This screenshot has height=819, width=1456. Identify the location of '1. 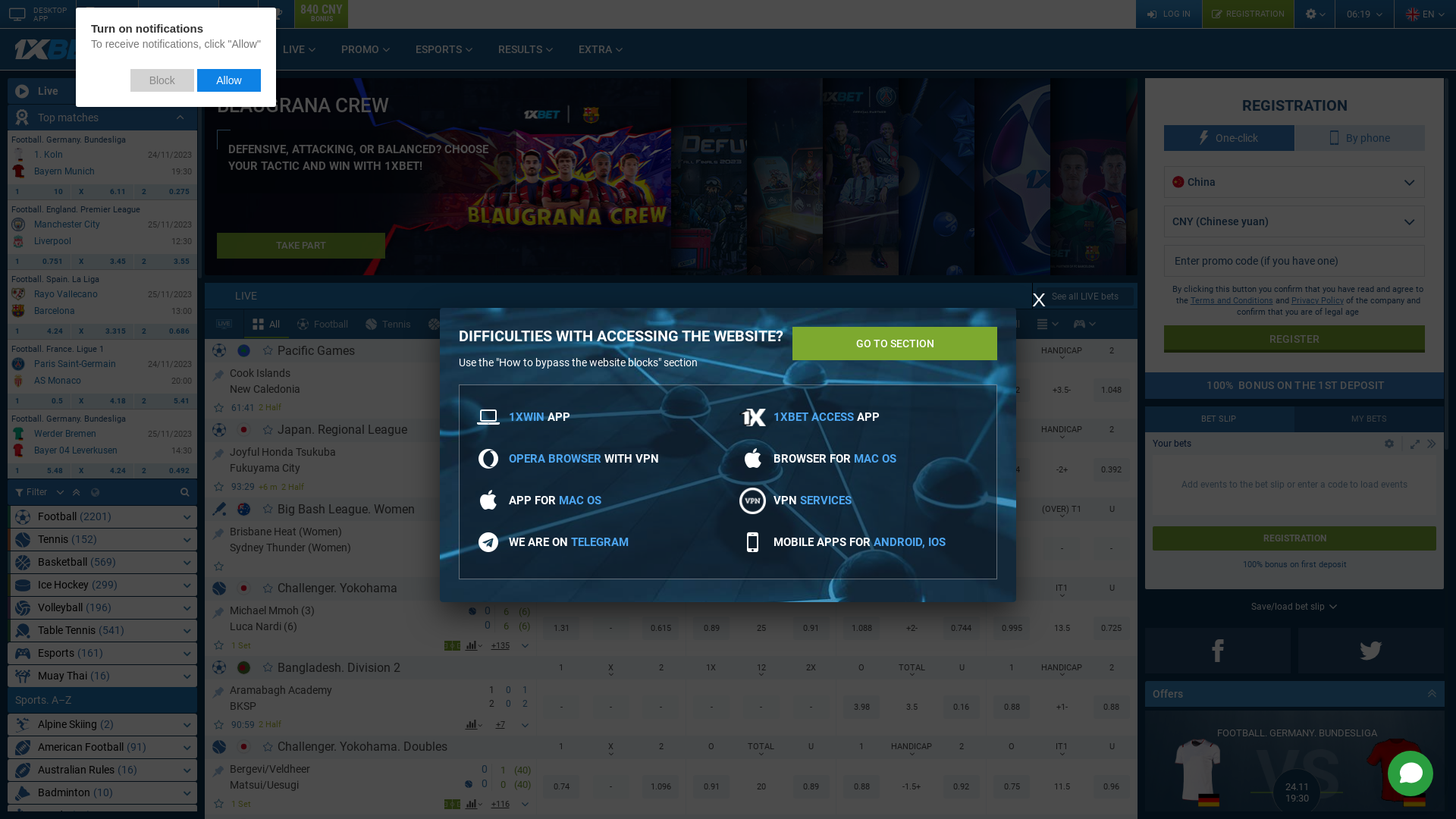
(39, 260).